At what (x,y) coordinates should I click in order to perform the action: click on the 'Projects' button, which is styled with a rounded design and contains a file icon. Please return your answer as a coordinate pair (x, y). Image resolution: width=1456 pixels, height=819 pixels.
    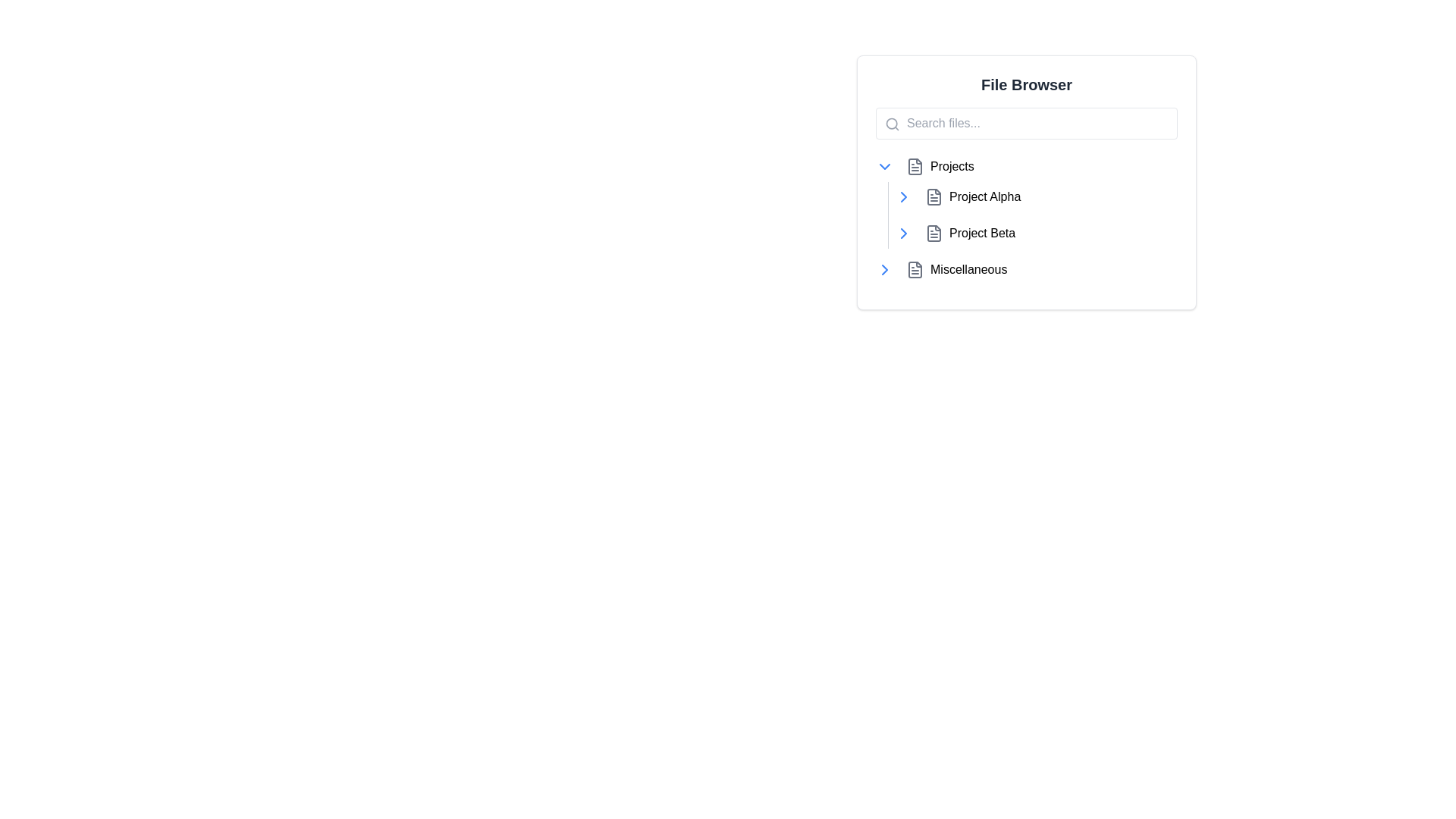
    Looking at the image, I should click on (939, 166).